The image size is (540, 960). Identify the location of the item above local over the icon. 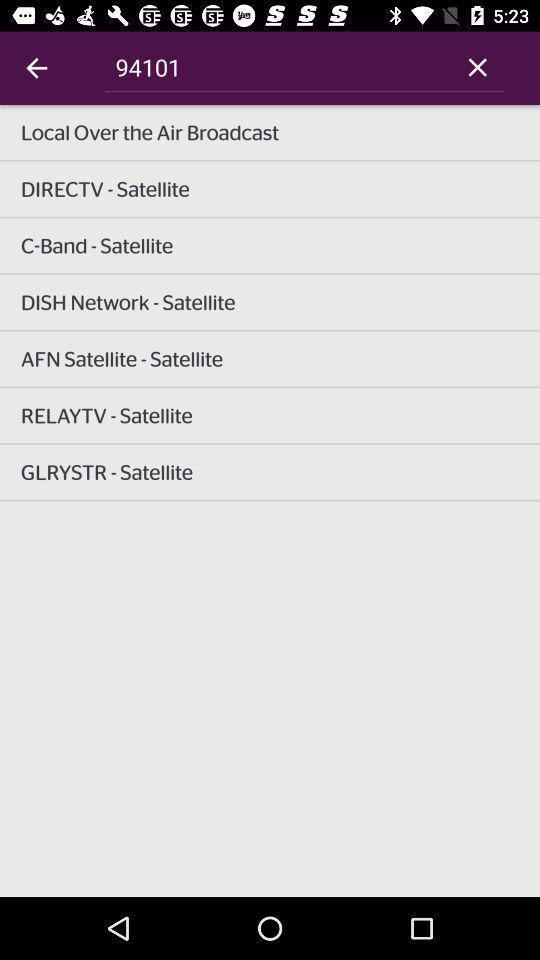
(36, 68).